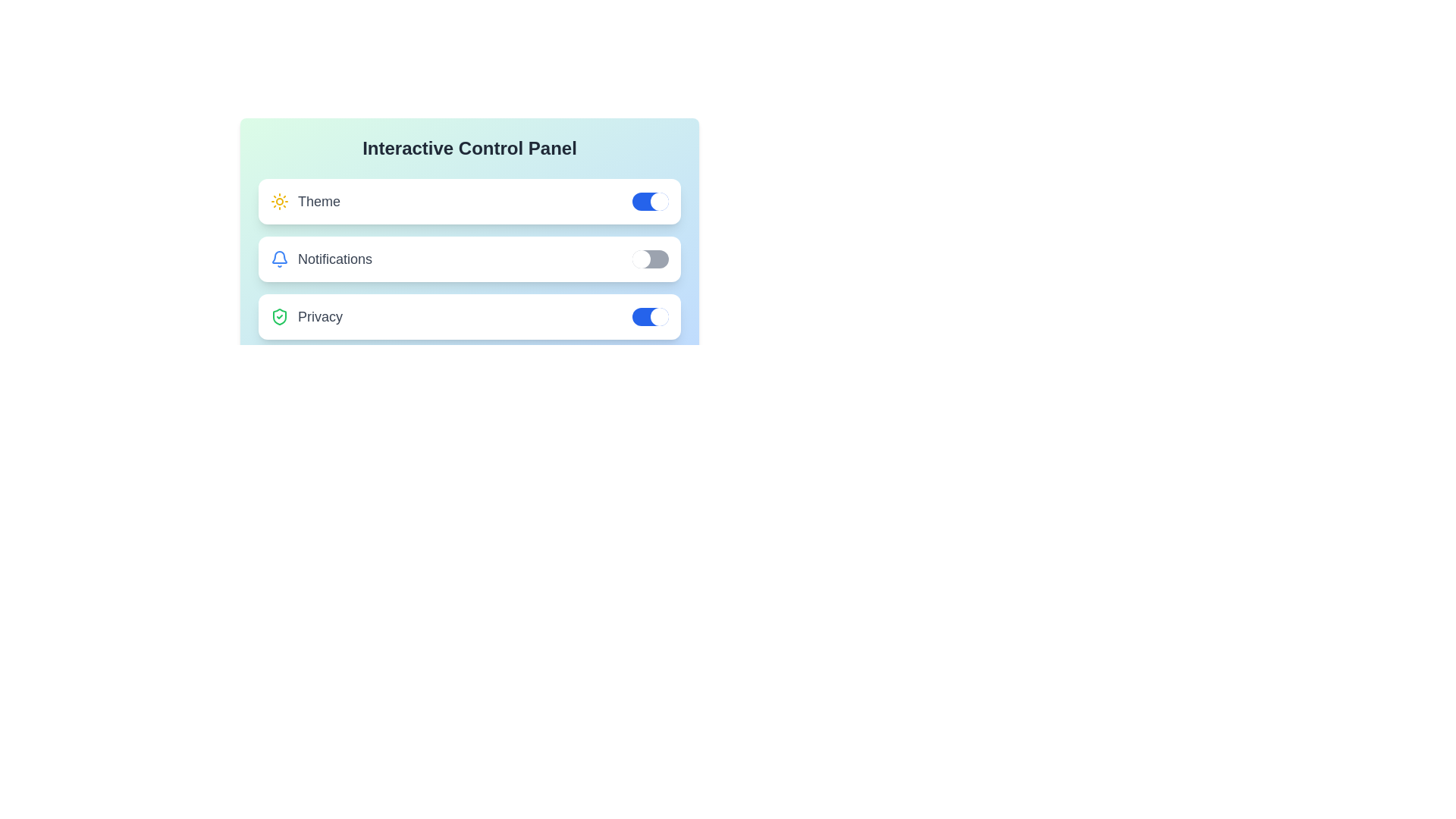 The width and height of the screenshot is (1456, 819). Describe the element at coordinates (651, 315) in the screenshot. I see `the Privacy switch to toggle its state` at that location.